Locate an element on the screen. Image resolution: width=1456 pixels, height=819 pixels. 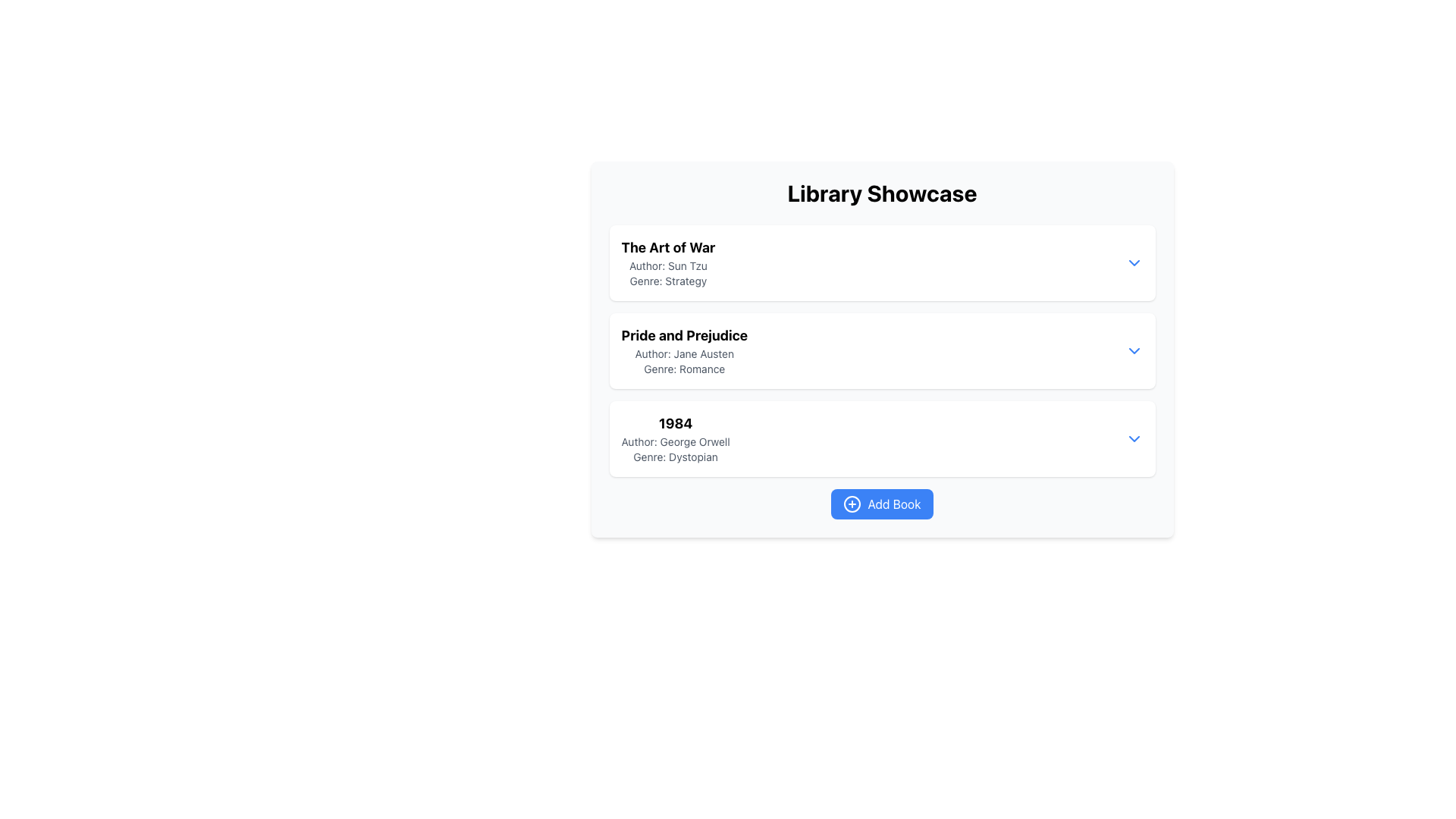
the text block displaying the book title '1984' by George Orwell in the Library Showcase list is located at coordinates (675, 438).